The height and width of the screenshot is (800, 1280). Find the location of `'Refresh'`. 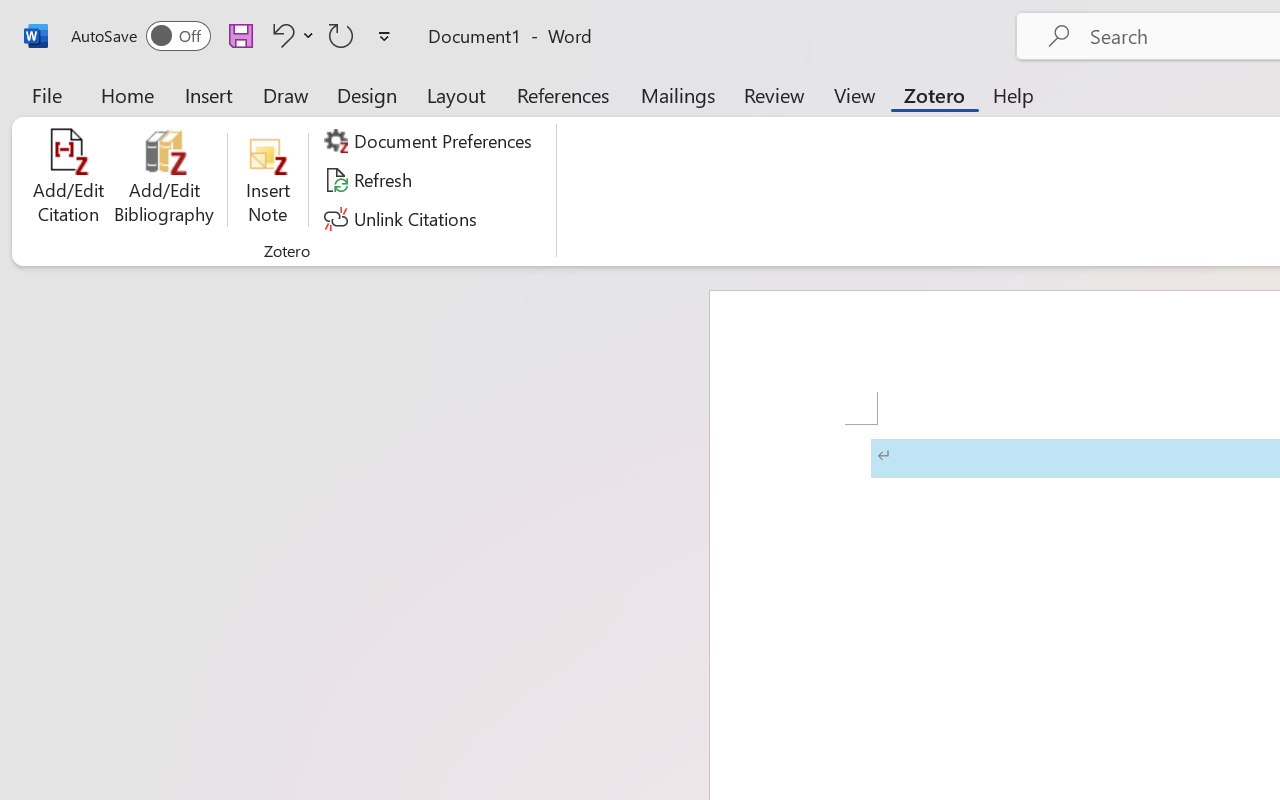

'Refresh' is located at coordinates (371, 179).